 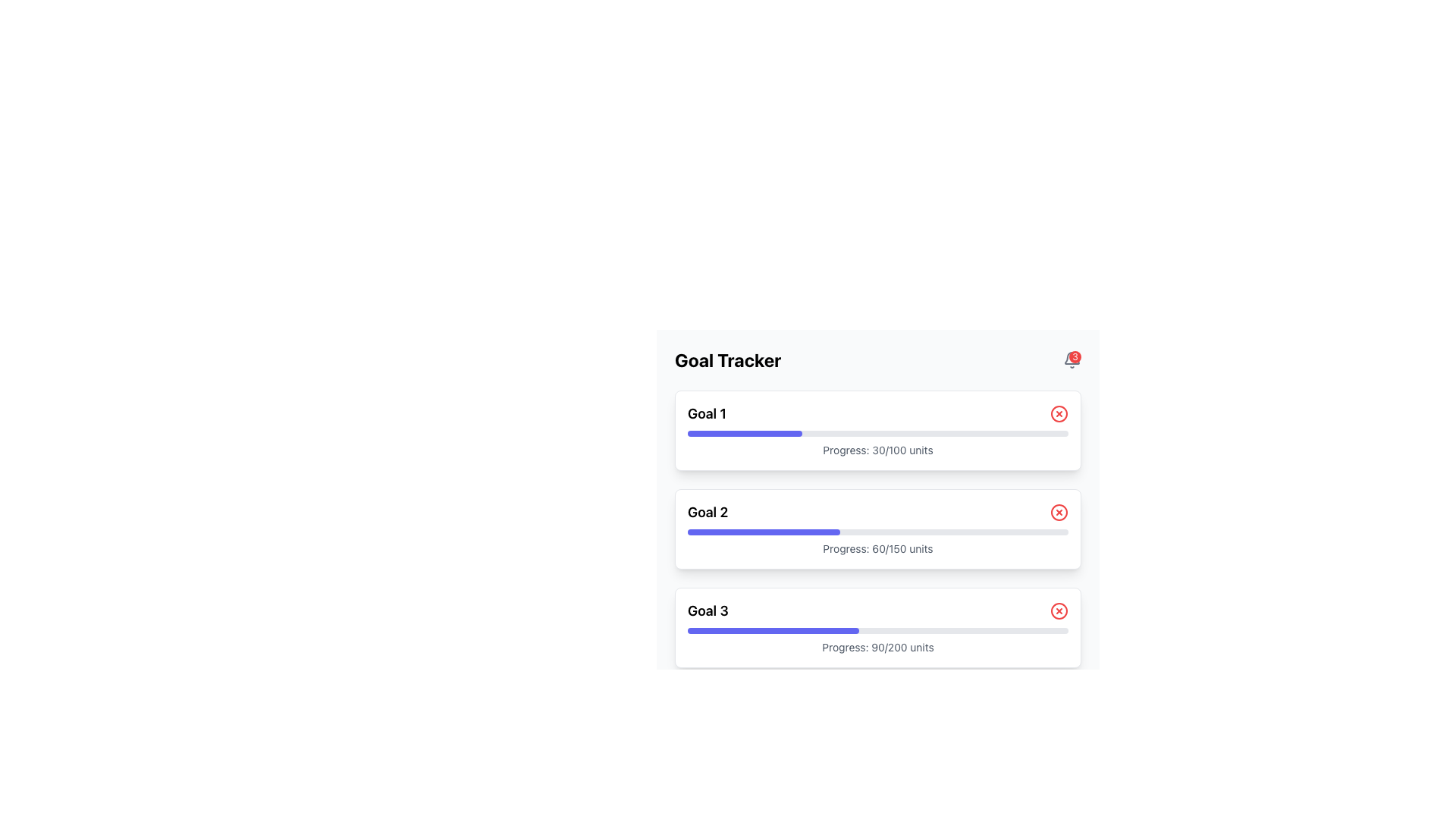 What do you see at coordinates (1072, 359) in the screenshot?
I see `the notification badge displaying the count of unread alerts, which shows the number '3'` at bounding box center [1072, 359].